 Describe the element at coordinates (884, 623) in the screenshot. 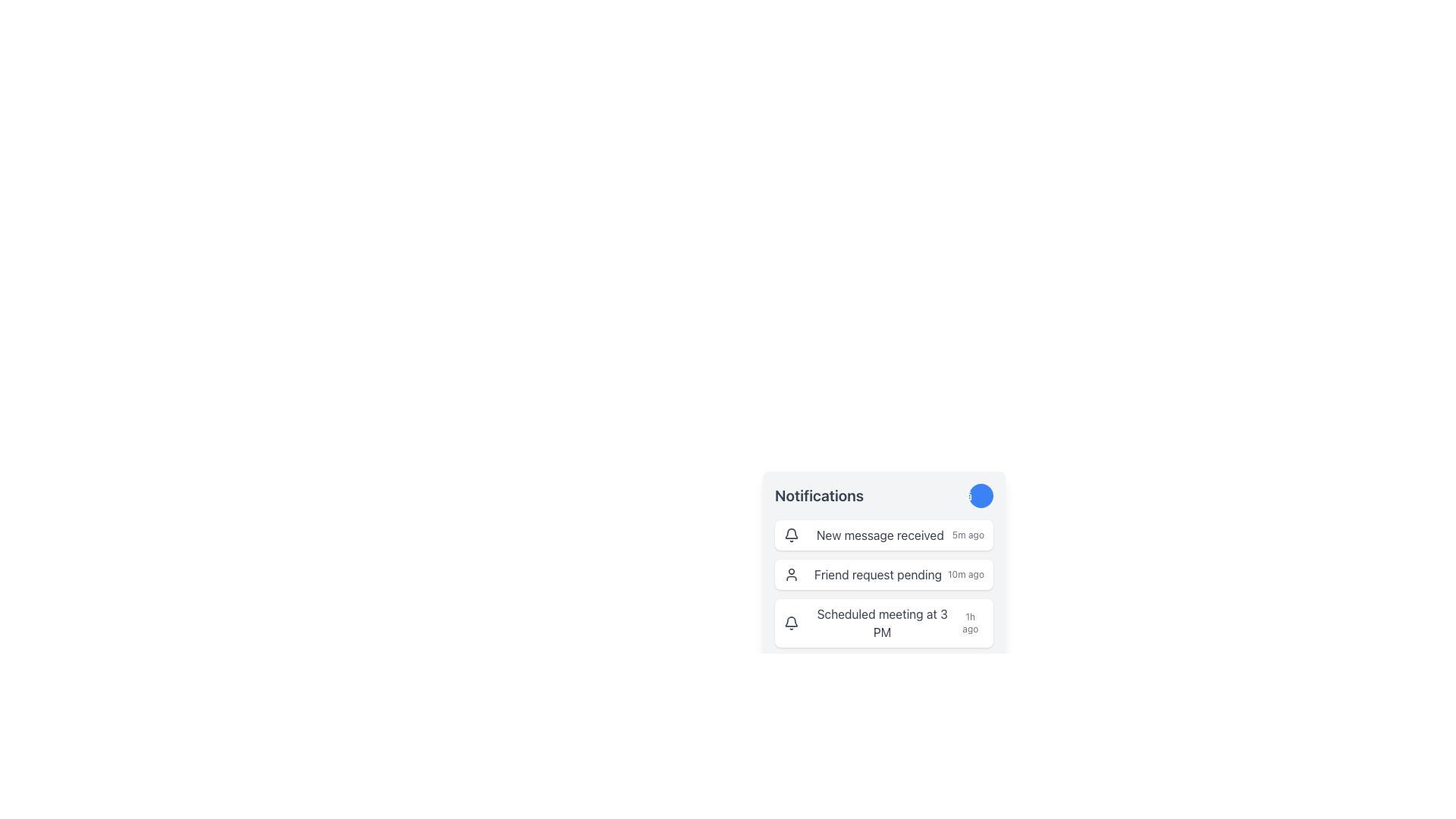

I see `Notification card displaying a scheduled meeting at 3 PM, which is the third entry in the list of notifications` at that location.